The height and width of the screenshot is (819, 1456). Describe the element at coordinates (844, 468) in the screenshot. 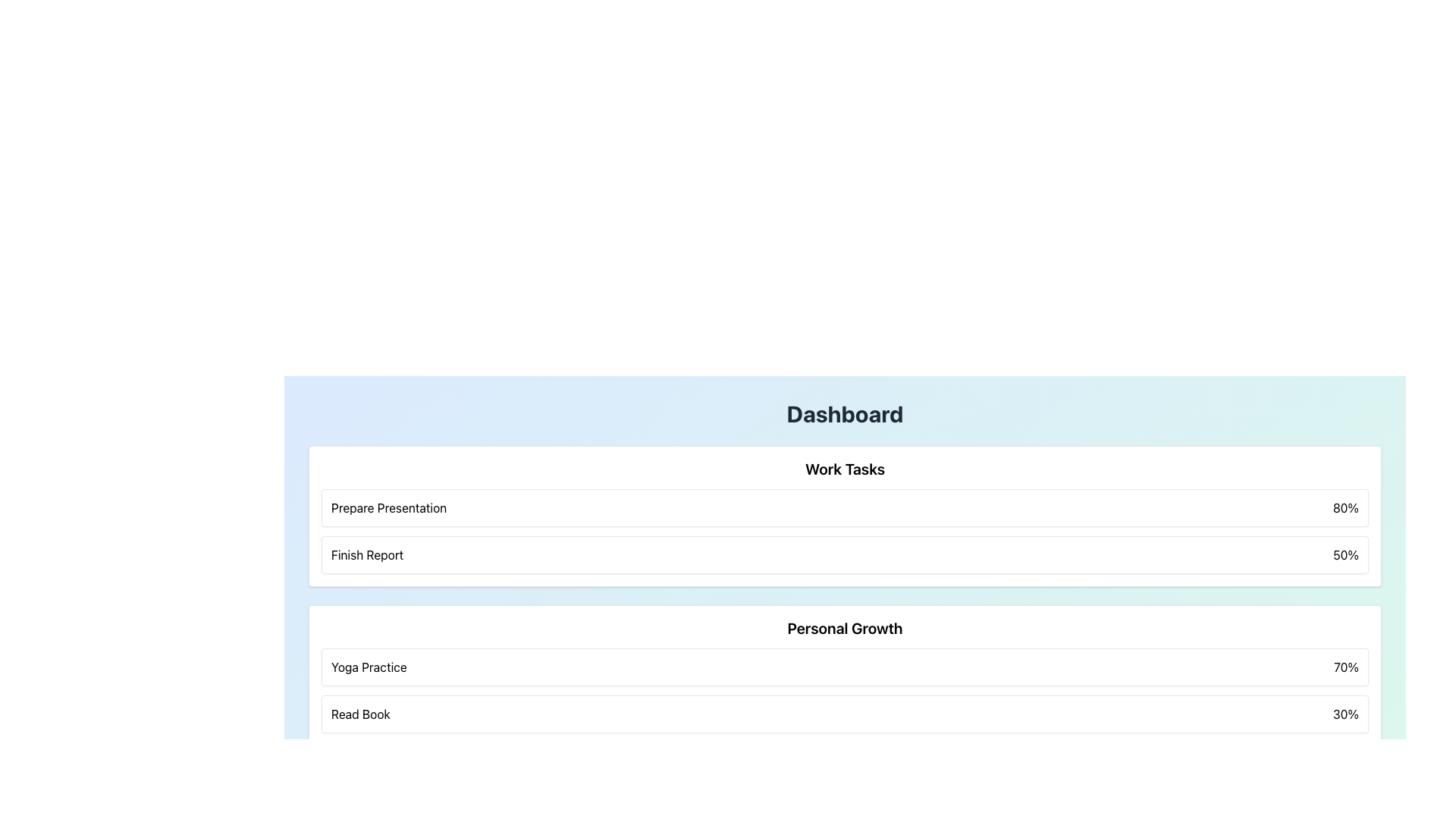

I see `the Text header element, which serves as the title for the section summarizing work-related tasks, positioned at the top center of a white, rounded box with shadow effects` at that location.